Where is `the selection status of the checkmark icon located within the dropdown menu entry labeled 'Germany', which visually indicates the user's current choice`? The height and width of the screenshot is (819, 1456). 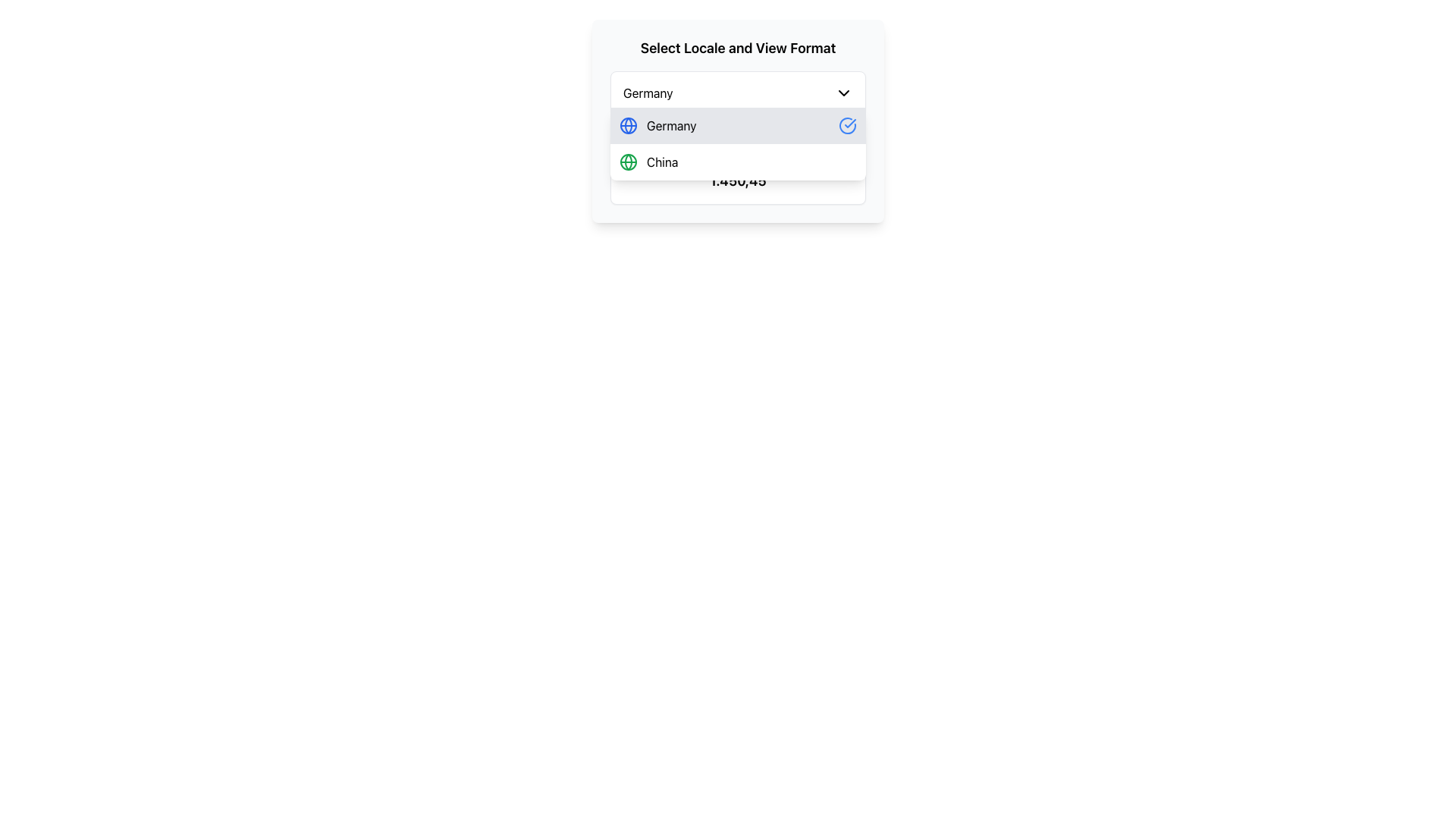
the selection status of the checkmark icon located within the dropdown menu entry labeled 'Germany', which visually indicates the user's current choice is located at coordinates (850, 122).